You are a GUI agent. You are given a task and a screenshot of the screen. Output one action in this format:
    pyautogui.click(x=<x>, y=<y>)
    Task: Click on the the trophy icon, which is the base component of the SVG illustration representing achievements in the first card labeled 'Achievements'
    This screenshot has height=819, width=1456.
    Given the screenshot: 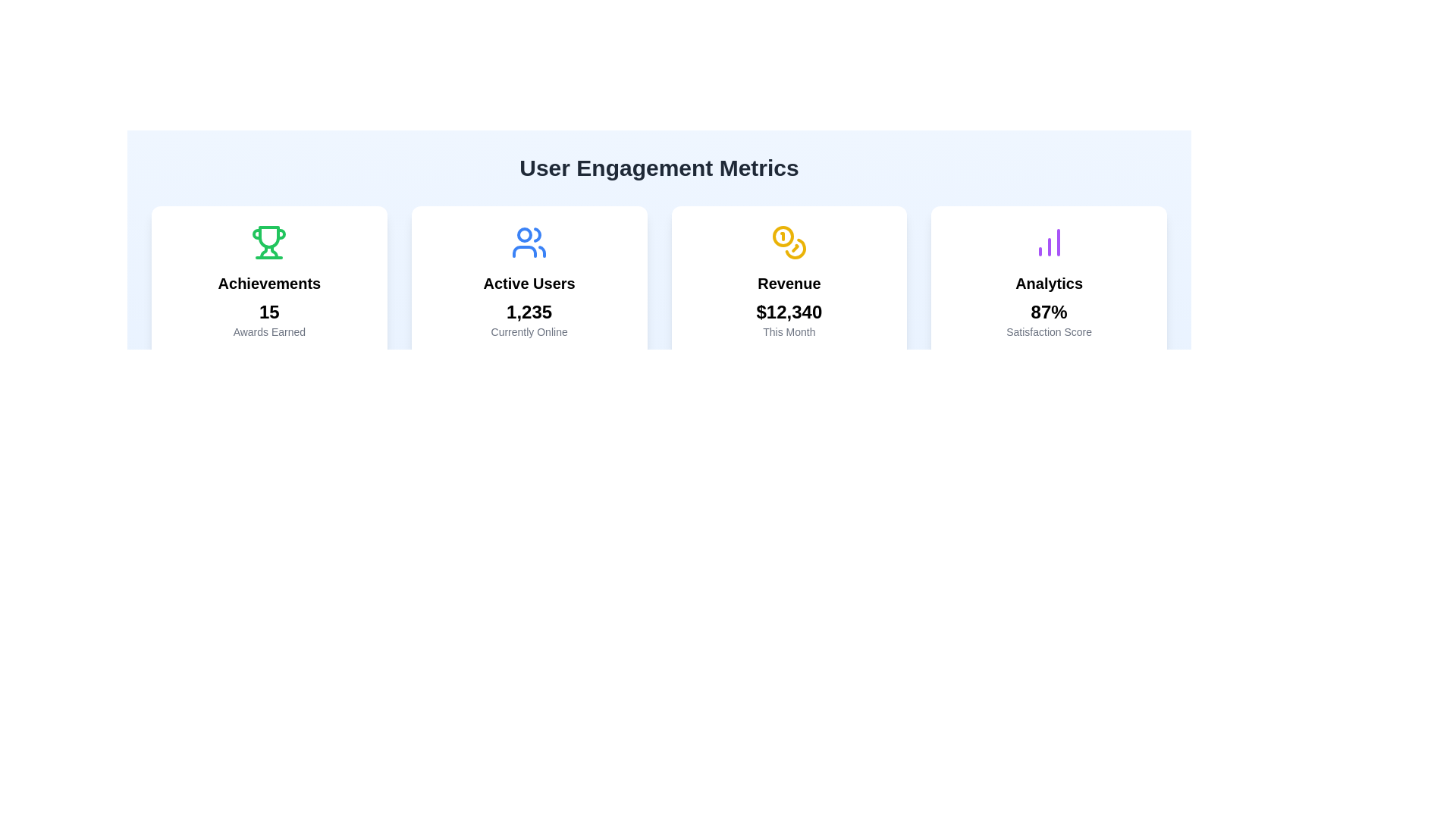 What is the action you would take?
    pyautogui.click(x=269, y=237)
    